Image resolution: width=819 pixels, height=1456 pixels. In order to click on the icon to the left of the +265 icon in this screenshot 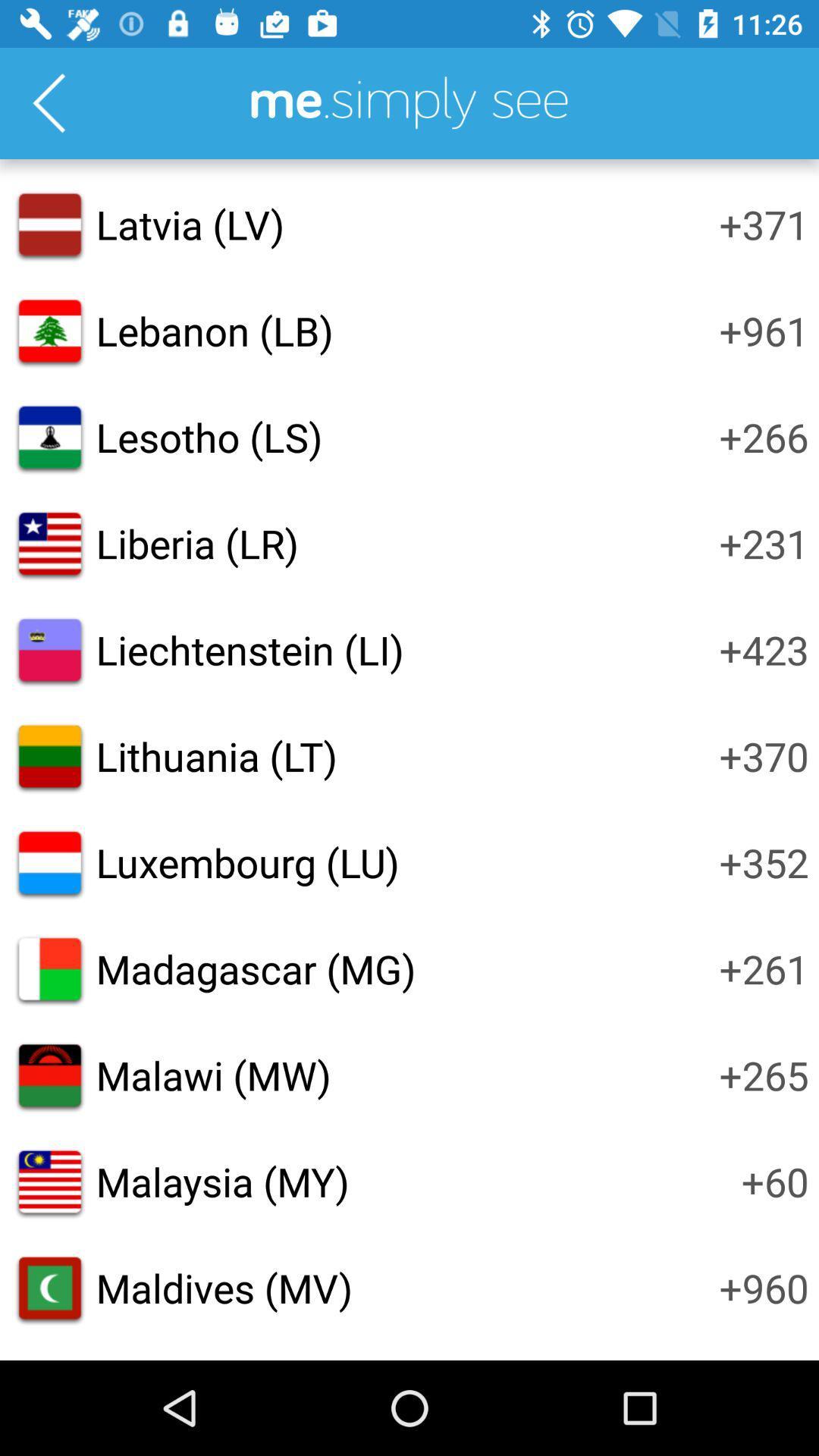, I will do `click(213, 1074)`.